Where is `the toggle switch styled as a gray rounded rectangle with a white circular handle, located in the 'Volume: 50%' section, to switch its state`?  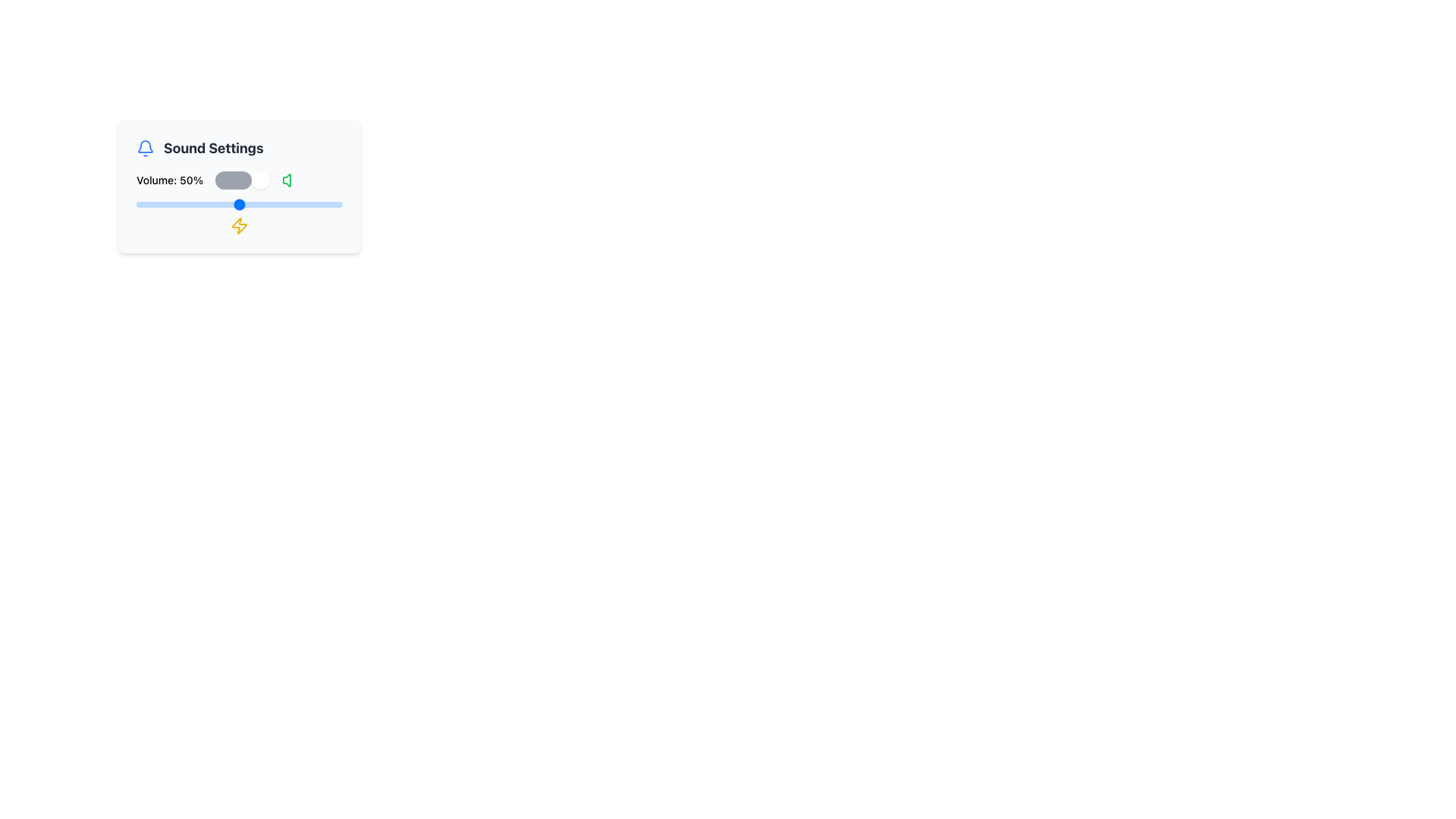
the toggle switch styled as a gray rounded rectangle with a white circular handle, located in the 'Volume: 50%' section, to switch its state is located at coordinates (243, 180).